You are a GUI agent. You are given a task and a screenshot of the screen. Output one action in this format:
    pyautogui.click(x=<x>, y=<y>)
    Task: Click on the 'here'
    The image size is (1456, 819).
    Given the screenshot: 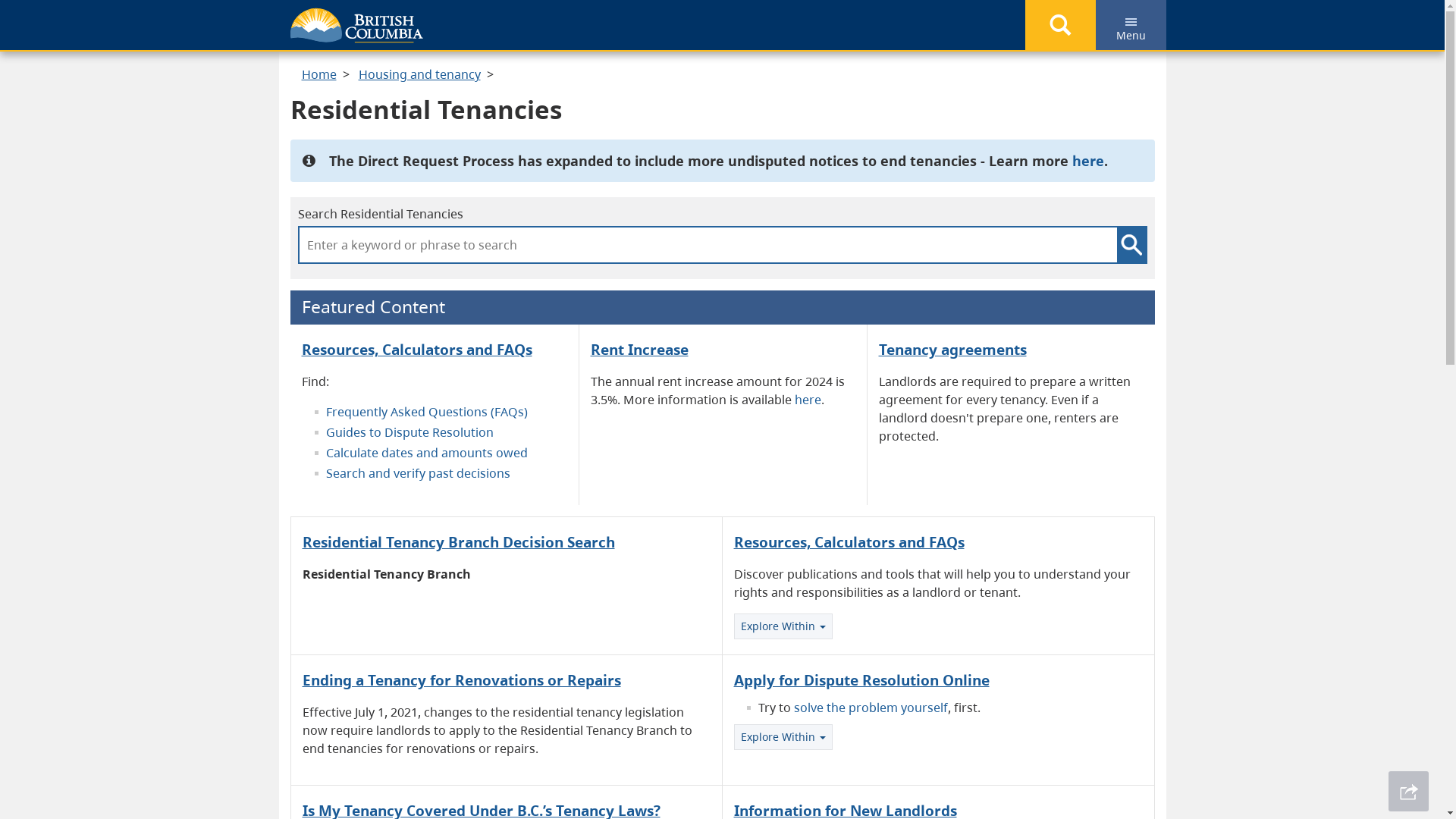 What is the action you would take?
    pyautogui.click(x=807, y=399)
    